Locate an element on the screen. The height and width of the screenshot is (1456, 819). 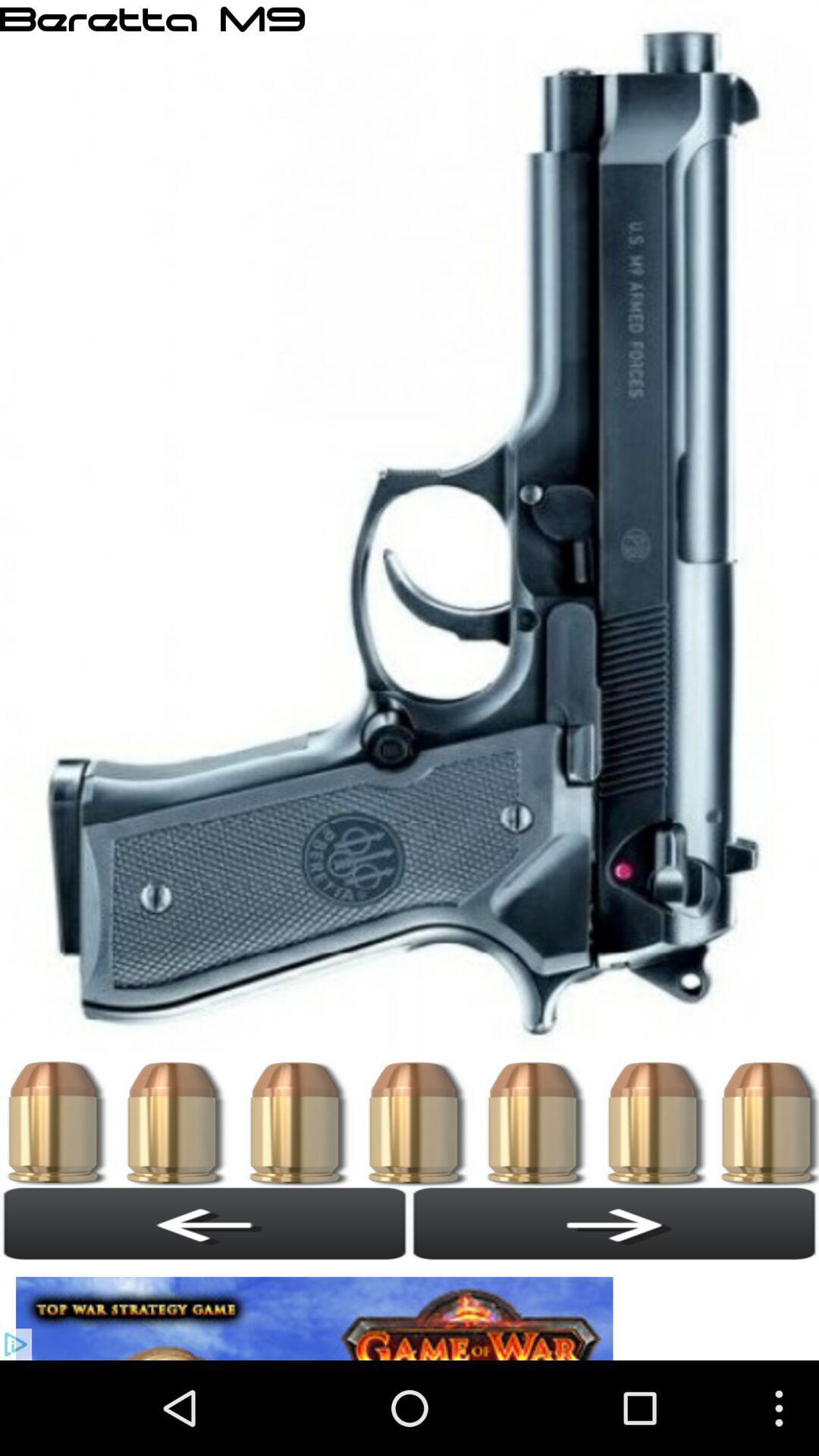
move option is located at coordinates (318, 1310).